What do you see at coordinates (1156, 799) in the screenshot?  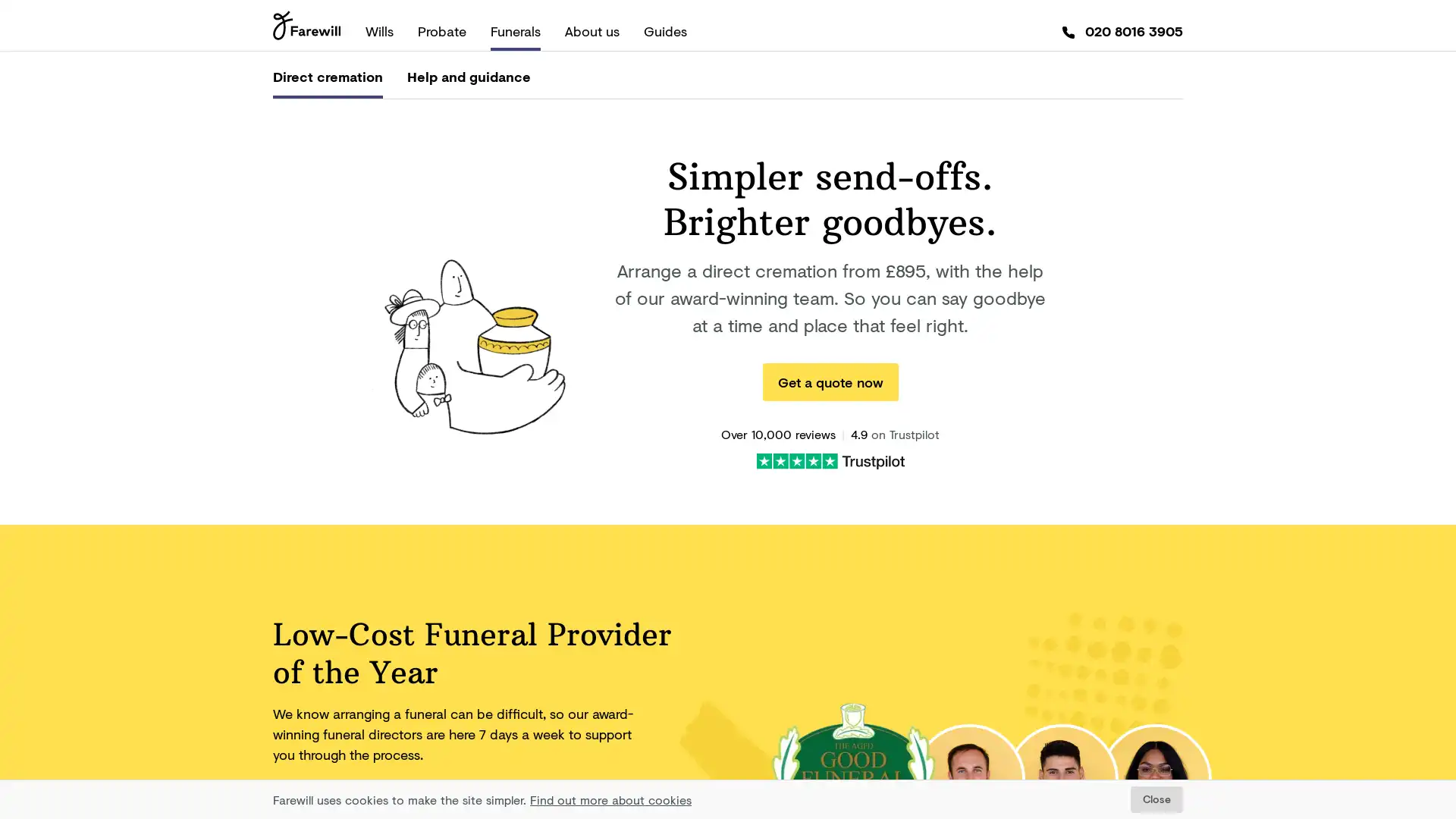 I see `Close cookie banner` at bounding box center [1156, 799].